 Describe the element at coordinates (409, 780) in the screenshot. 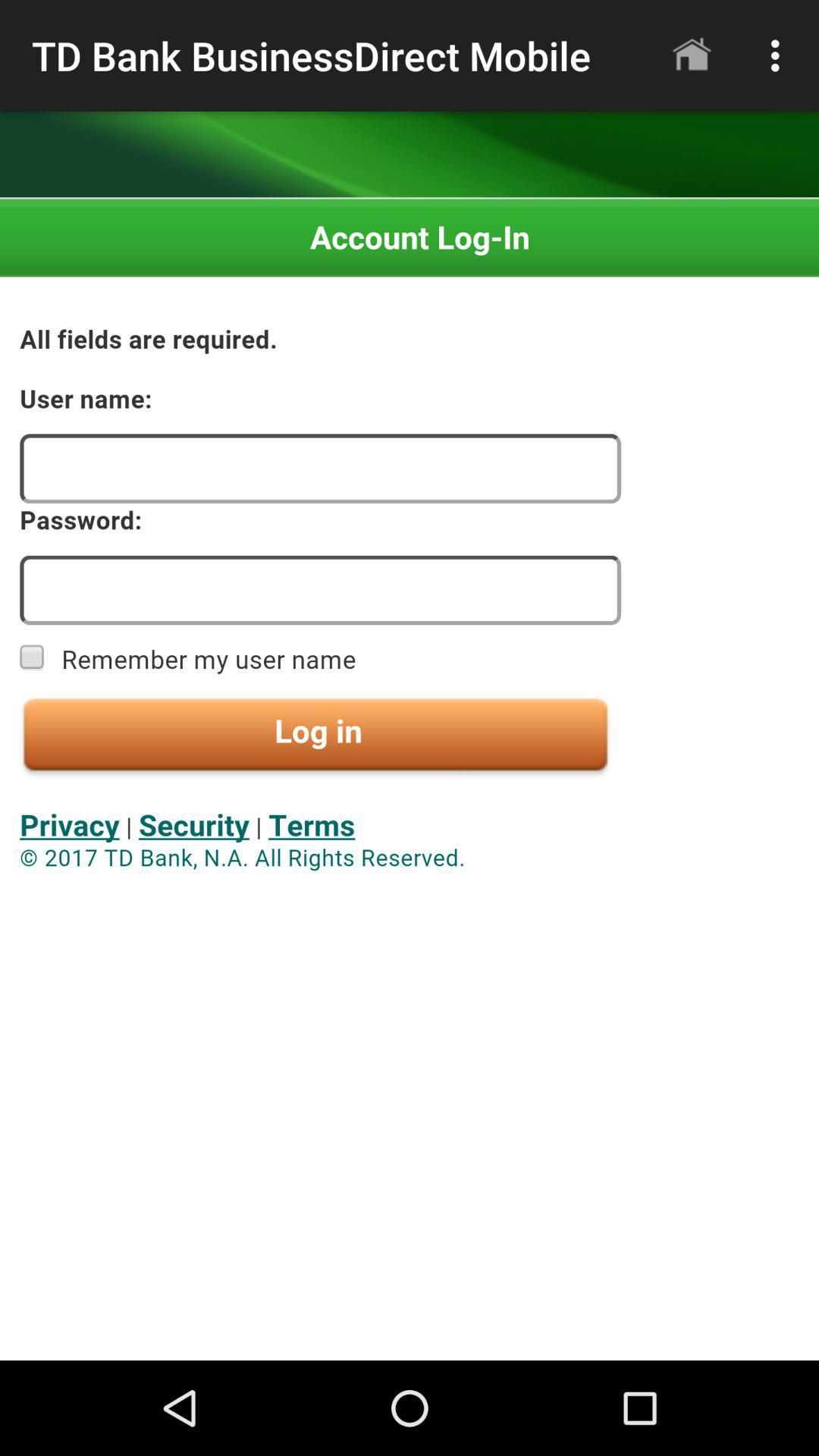

I see `seeing in the paragraph` at that location.